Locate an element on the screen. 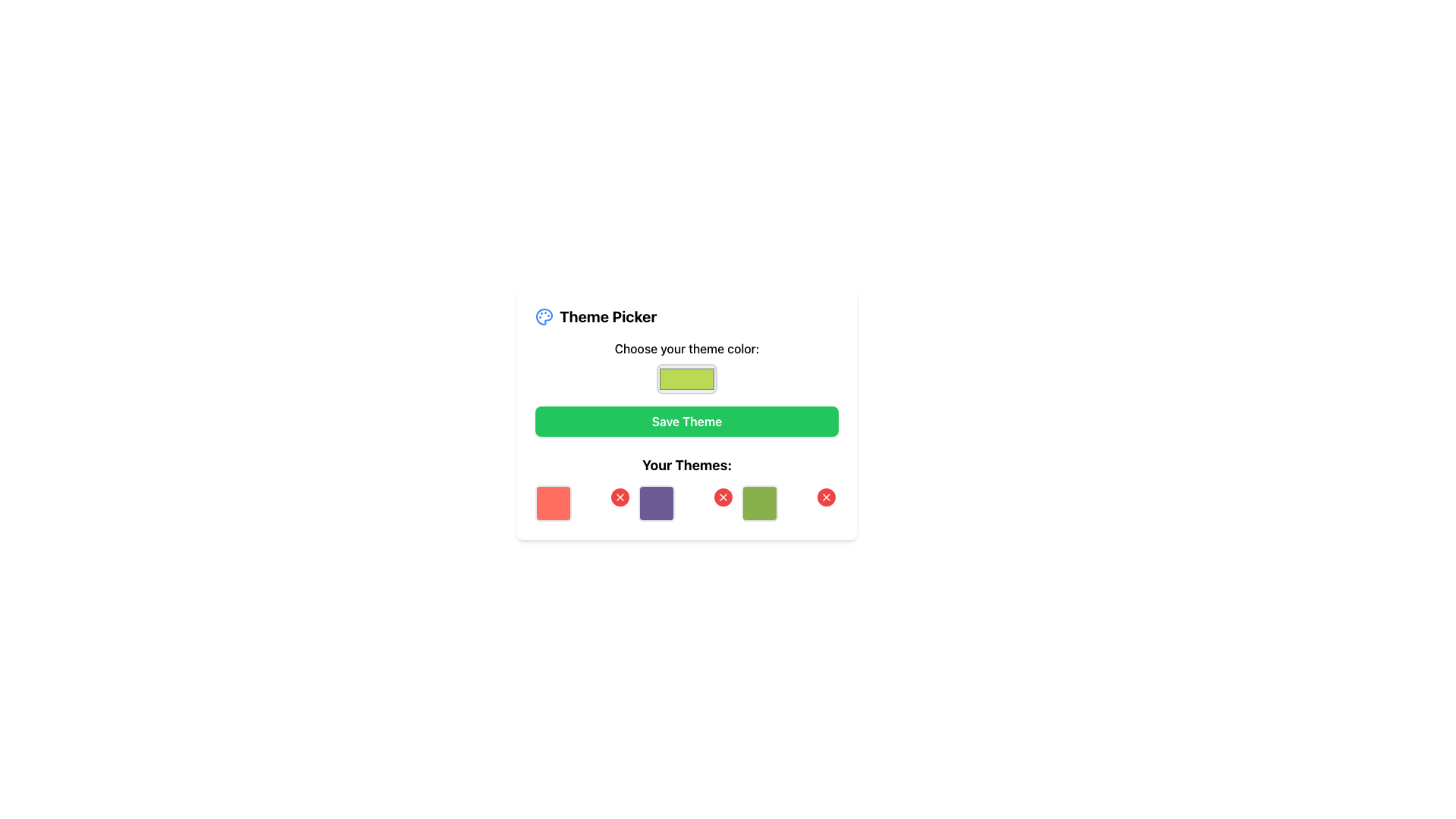 This screenshot has width=1456, height=819. the centrally aligned text label that introduces and describes the grid of themes displayed below it is located at coordinates (686, 464).